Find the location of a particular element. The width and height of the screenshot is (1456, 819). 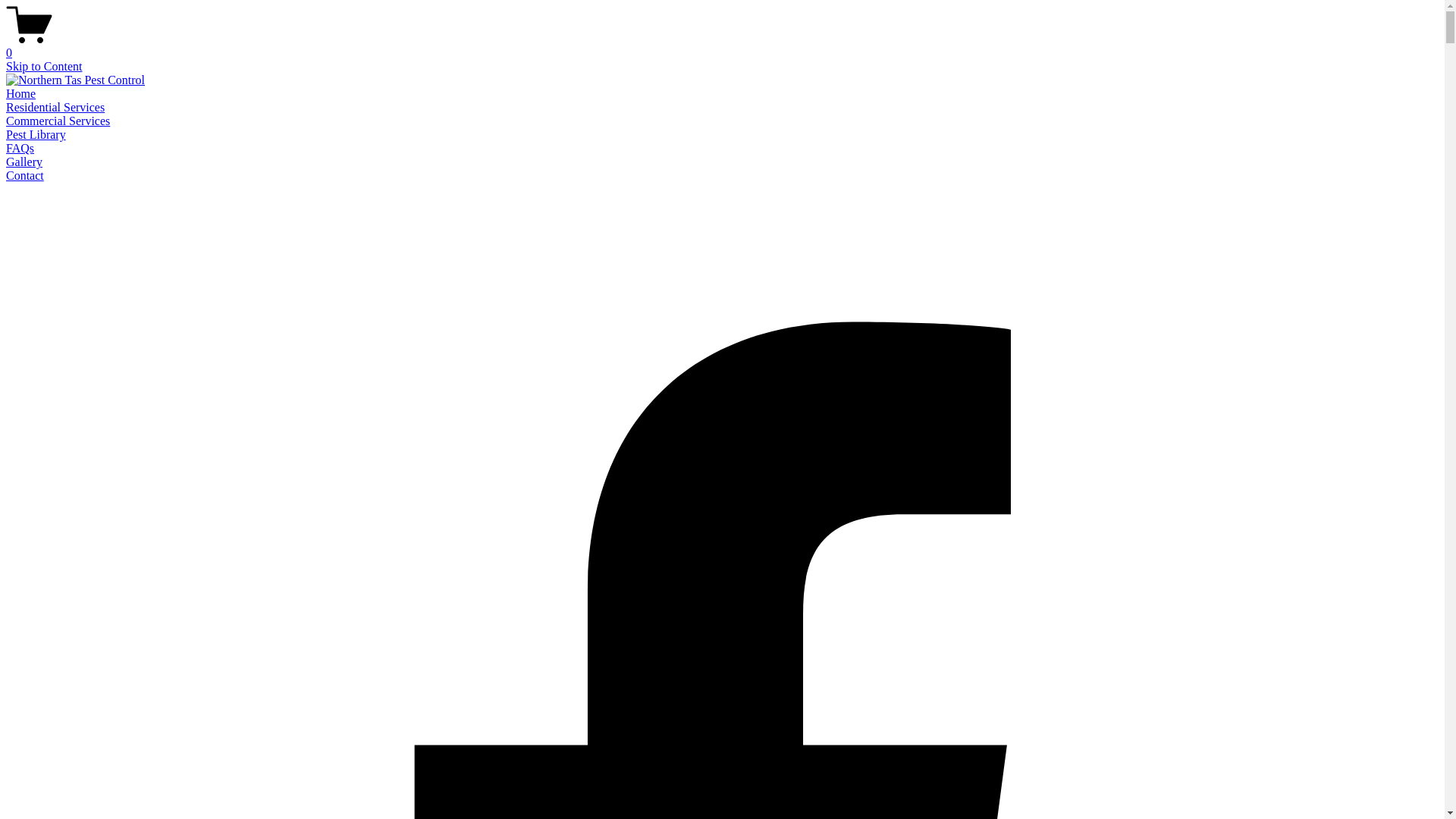

'Pest Library' is located at coordinates (36, 133).